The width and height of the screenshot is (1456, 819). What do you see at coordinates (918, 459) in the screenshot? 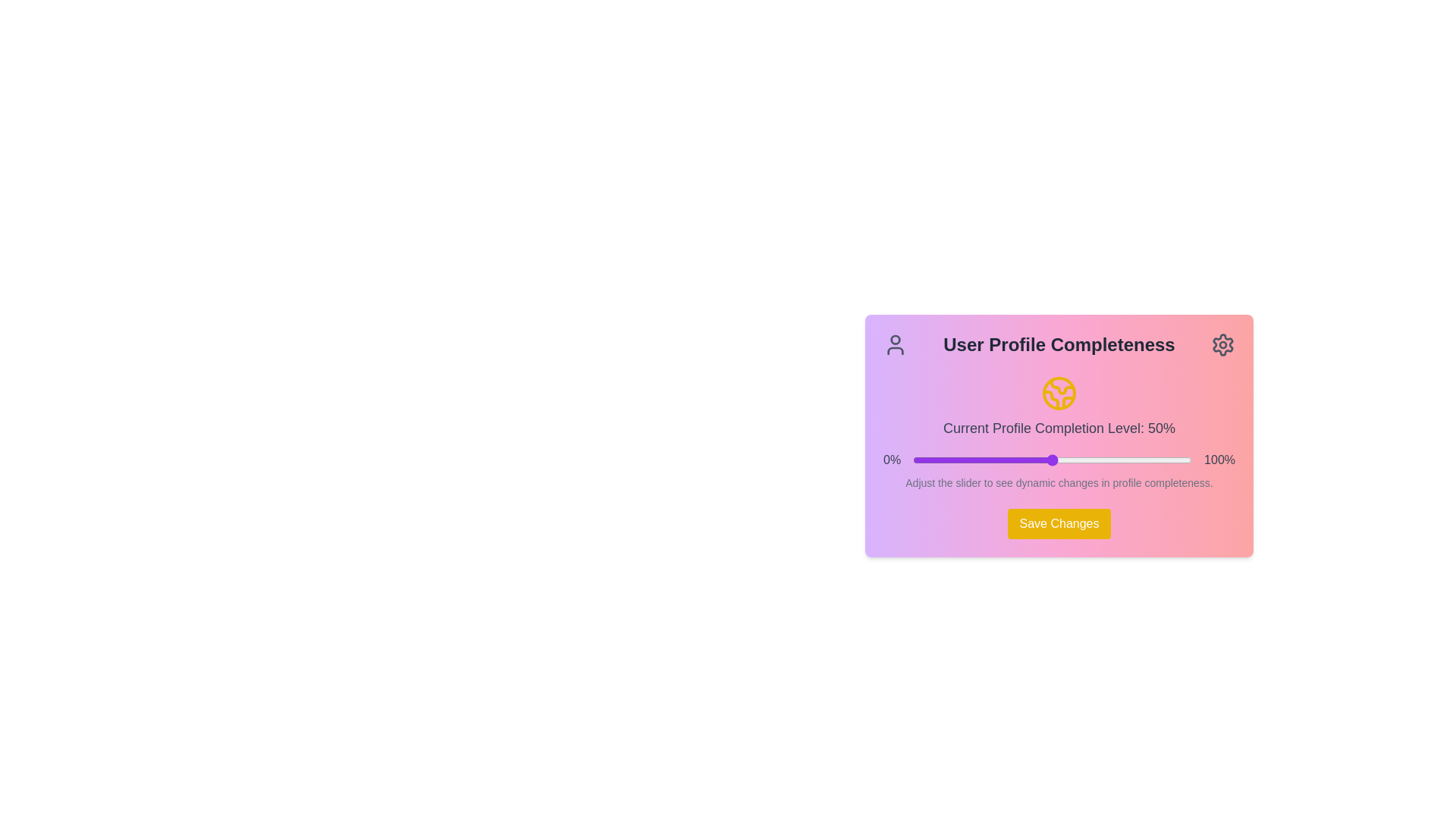
I see `the profile completion percentage` at bounding box center [918, 459].